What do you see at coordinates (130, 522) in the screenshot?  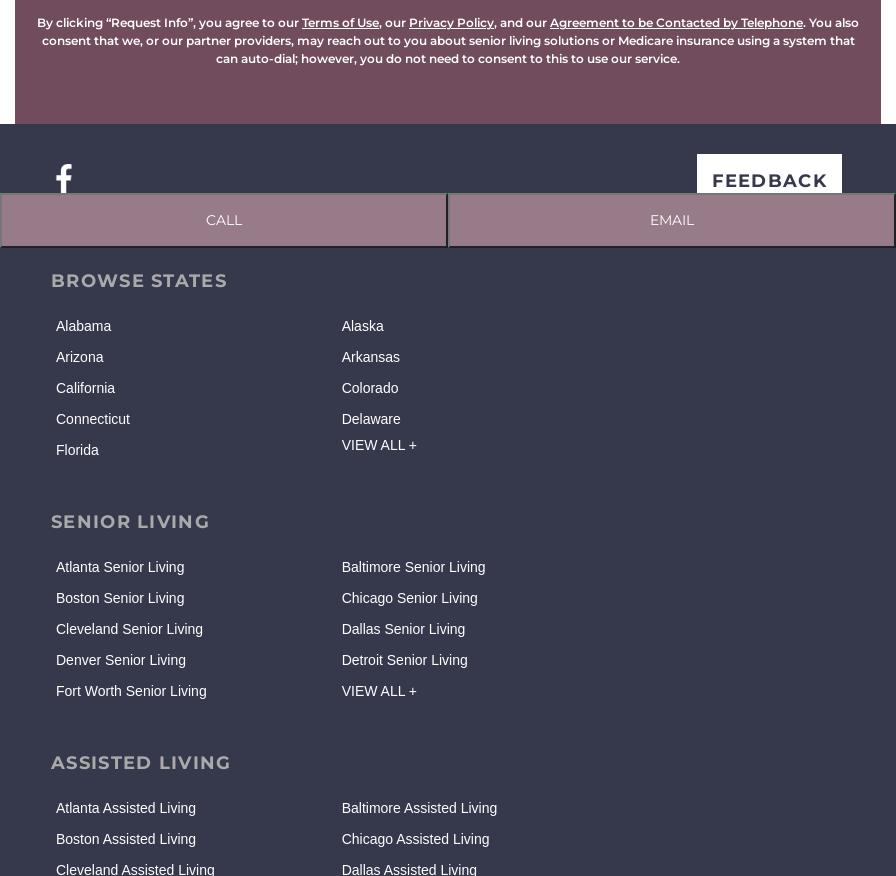 I see `'SENIOR LIVING'` at bounding box center [130, 522].